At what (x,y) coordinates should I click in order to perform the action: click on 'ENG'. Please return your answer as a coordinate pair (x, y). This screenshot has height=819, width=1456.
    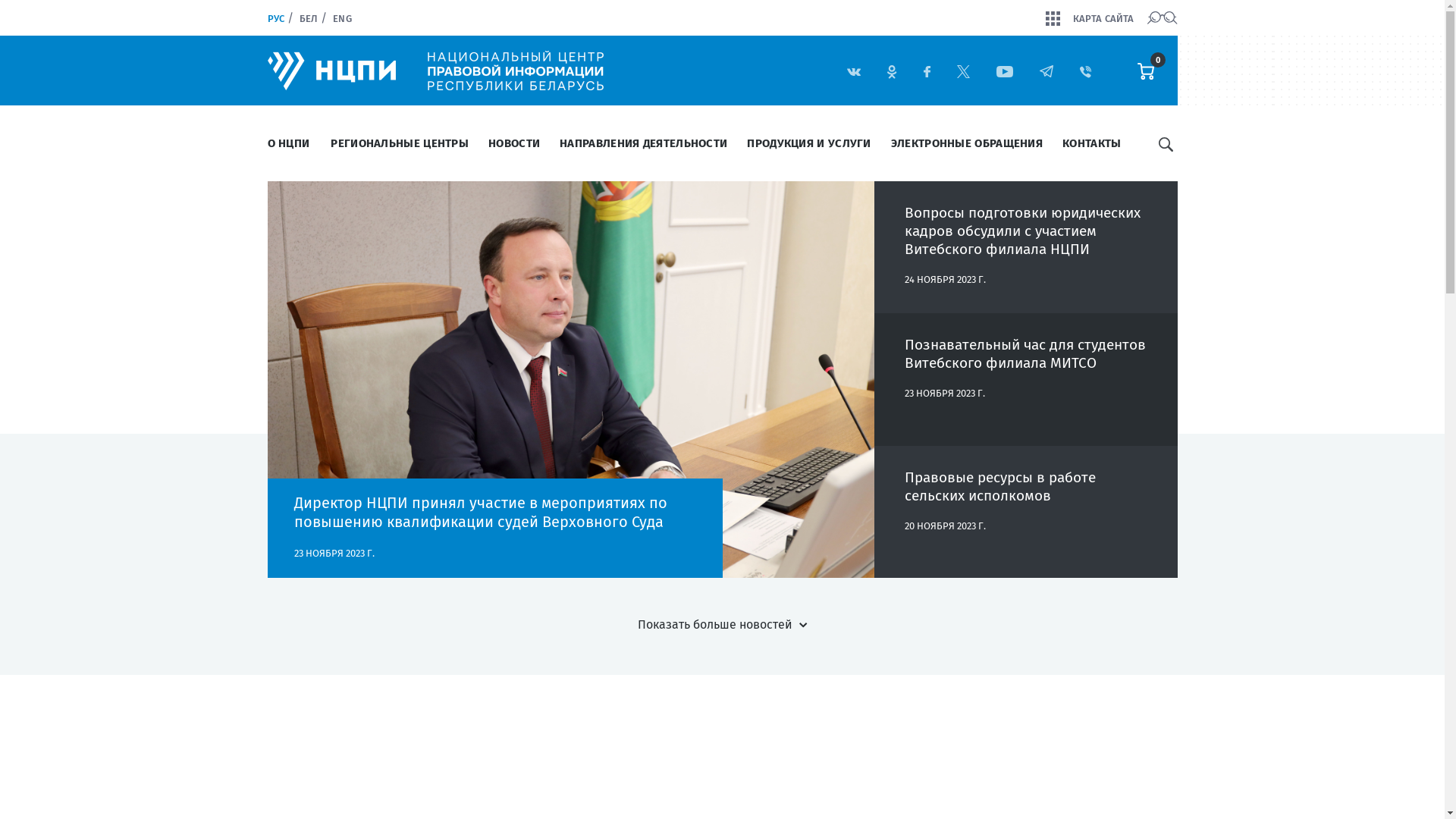
    Looking at the image, I should click on (331, 18).